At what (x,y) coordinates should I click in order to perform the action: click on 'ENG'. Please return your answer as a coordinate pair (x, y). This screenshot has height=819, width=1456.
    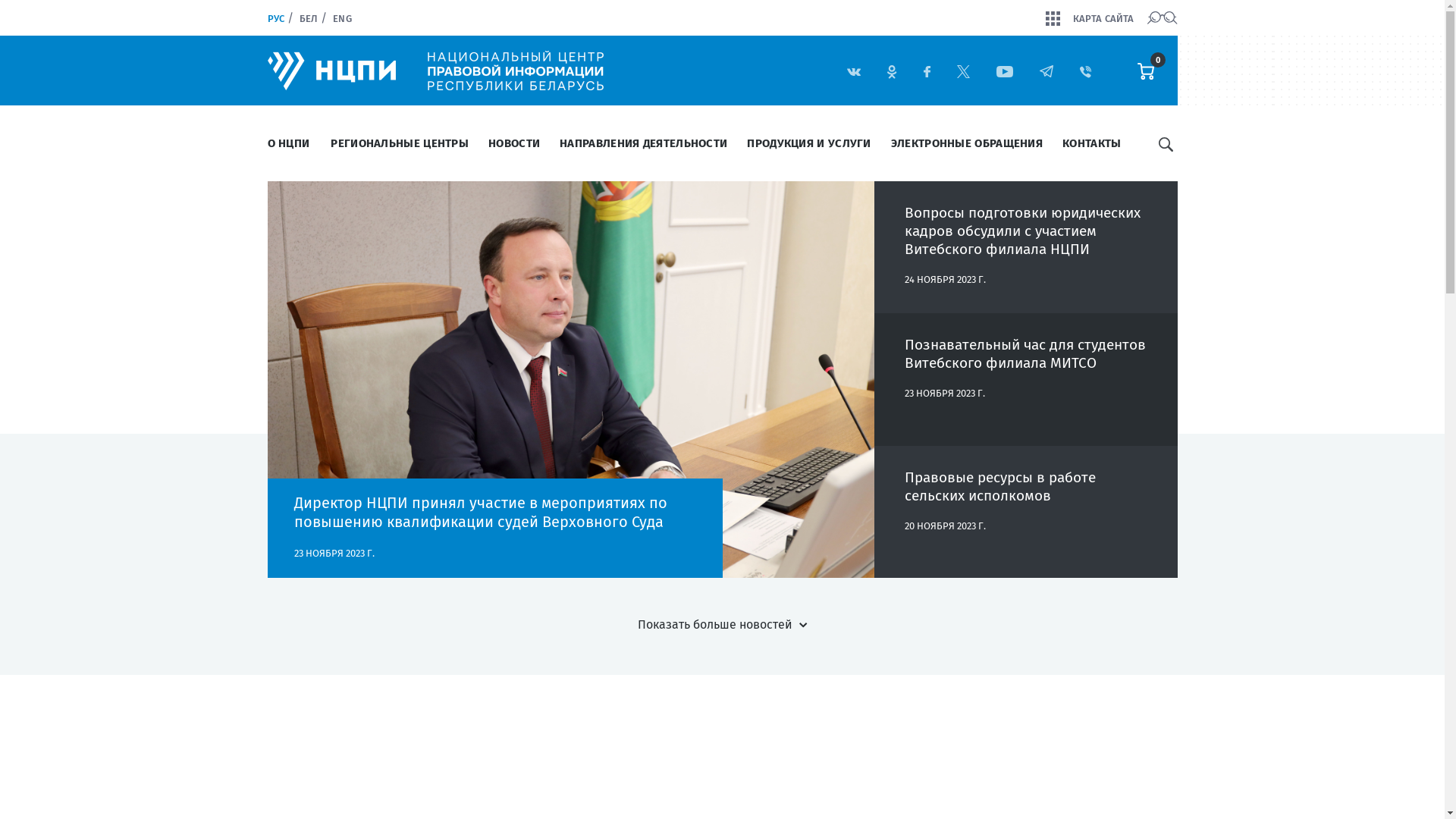
    Looking at the image, I should click on (331, 18).